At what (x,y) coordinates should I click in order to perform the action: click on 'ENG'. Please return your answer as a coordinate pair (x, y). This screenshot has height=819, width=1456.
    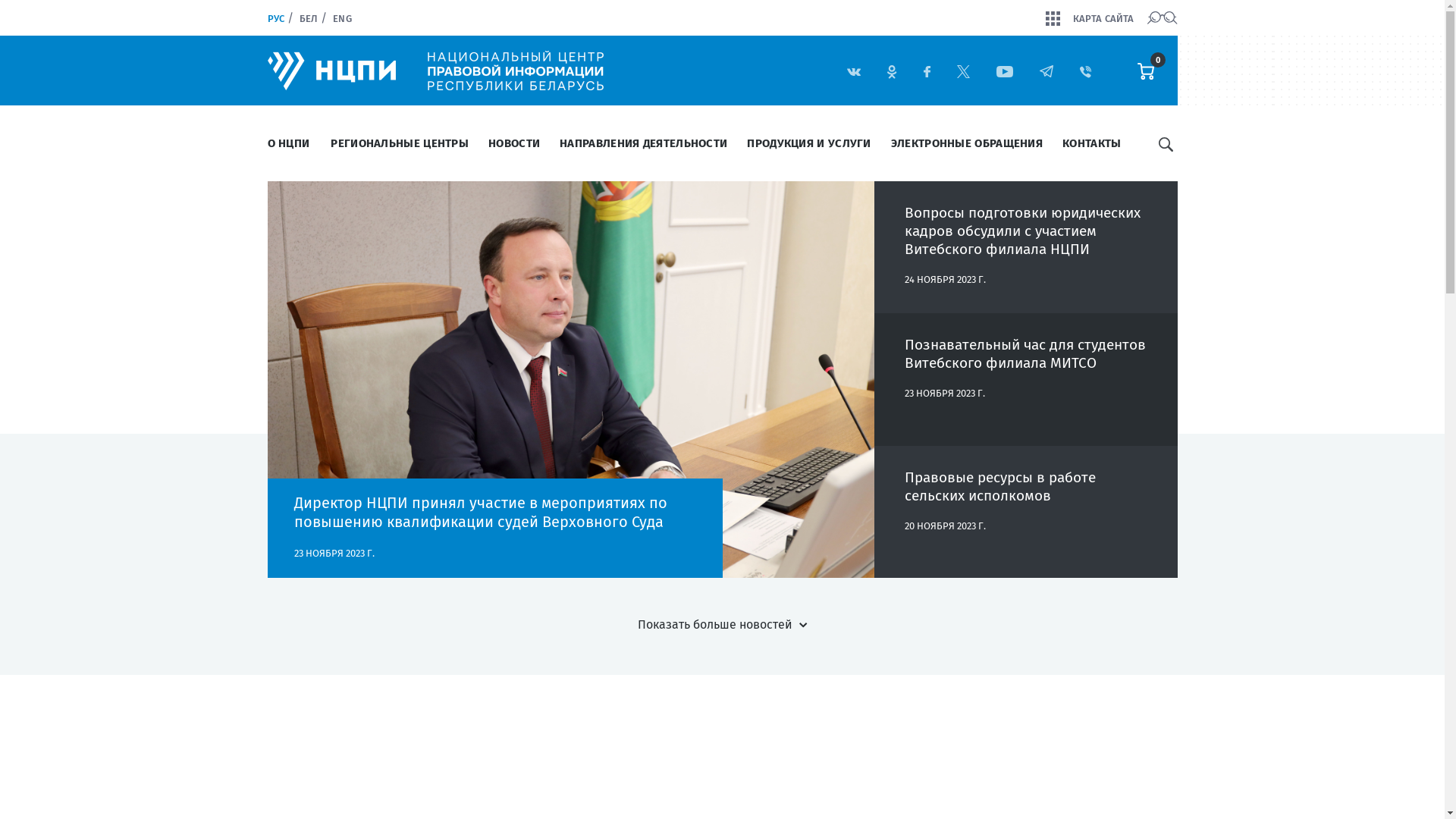
    Looking at the image, I should click on (331, 18).